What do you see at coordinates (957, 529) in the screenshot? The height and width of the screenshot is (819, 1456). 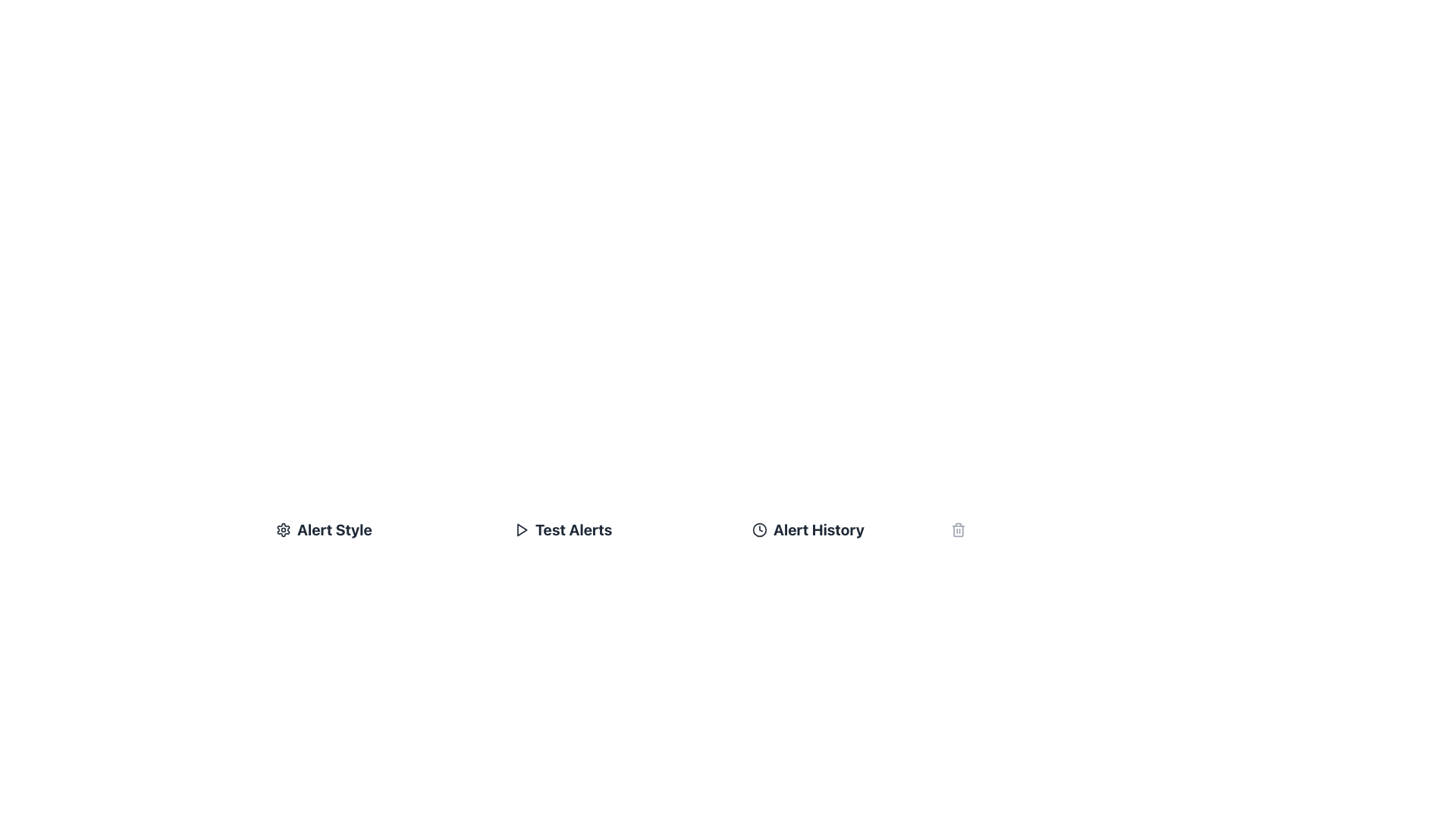 I see `the Trash icon button located at the right end of the 'Alert History' grouping` at bounding box center [957, 529].